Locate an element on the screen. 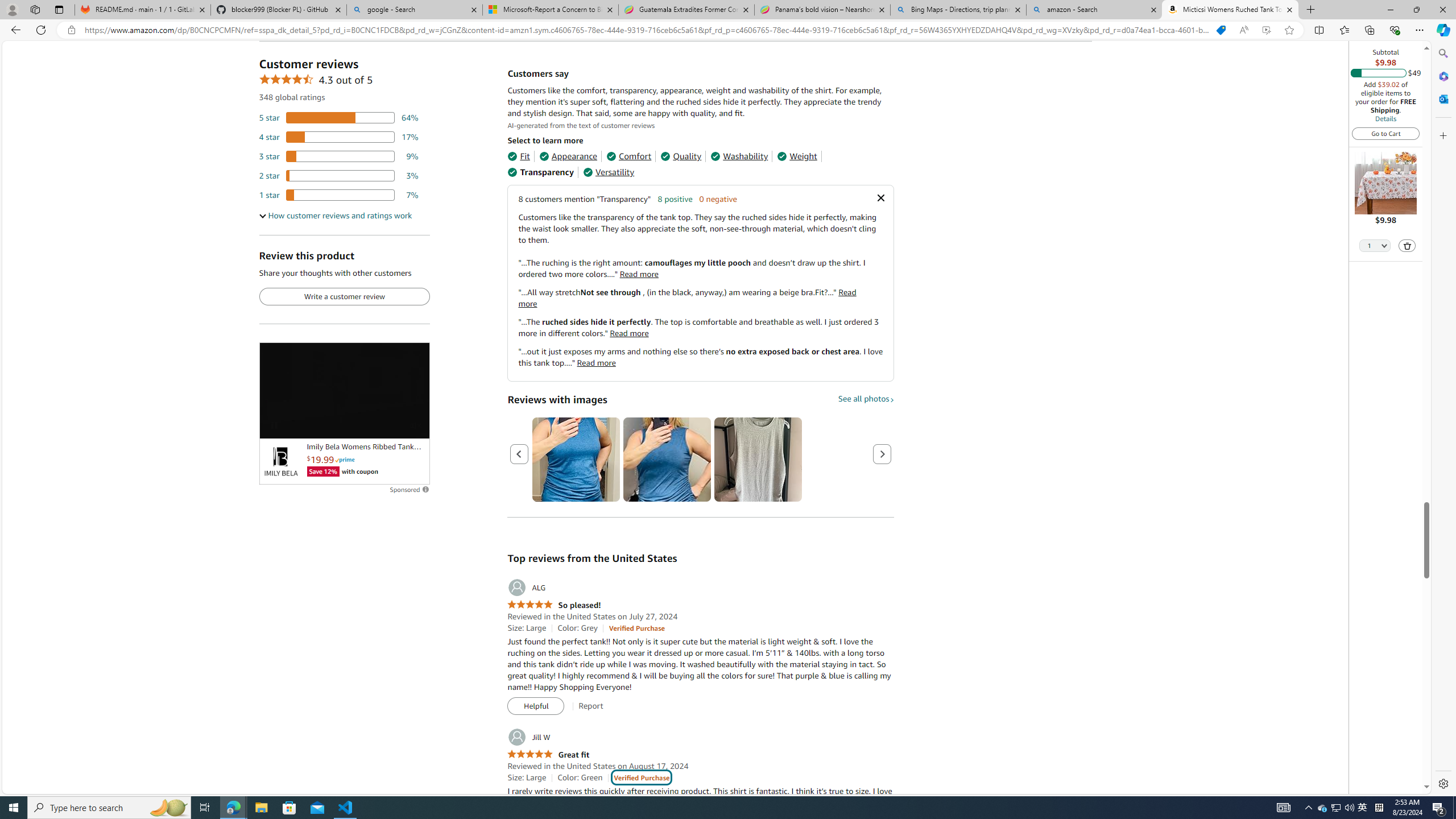 Image resolution: width=1456 pixels, height=819 pixels. 'Unmute' is located at coordinates (415, 424).